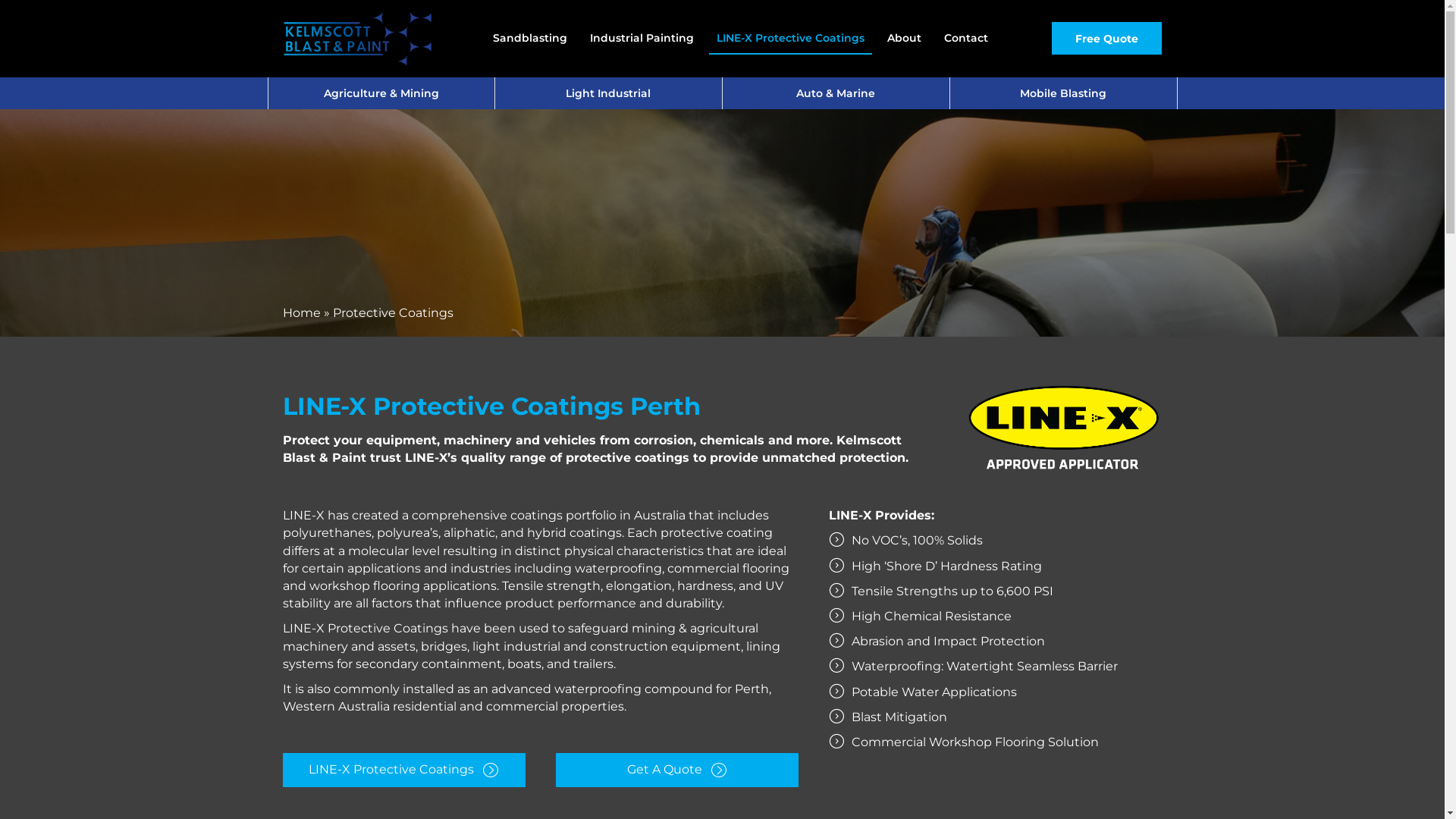  What do you see at coordinates (904, 37) in the screenshot?
I see `'About'` at bounding box center [904, 37].